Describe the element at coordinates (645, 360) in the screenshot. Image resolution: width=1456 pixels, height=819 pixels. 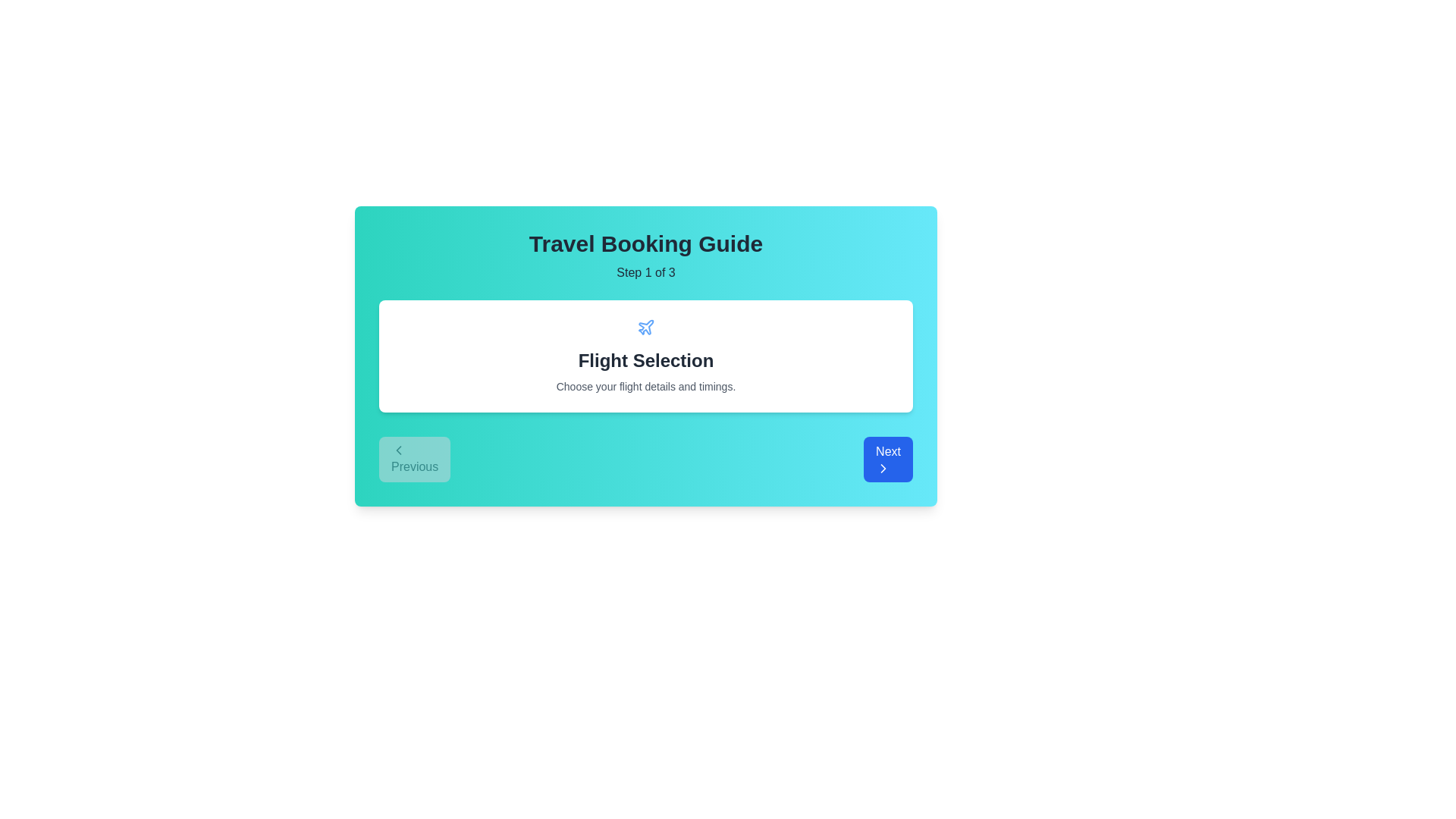
I see `the 'Flight Selection' text label, which is a bold and large font heading positioned below an airplane icon and above a smaller descriptive text` at that location.